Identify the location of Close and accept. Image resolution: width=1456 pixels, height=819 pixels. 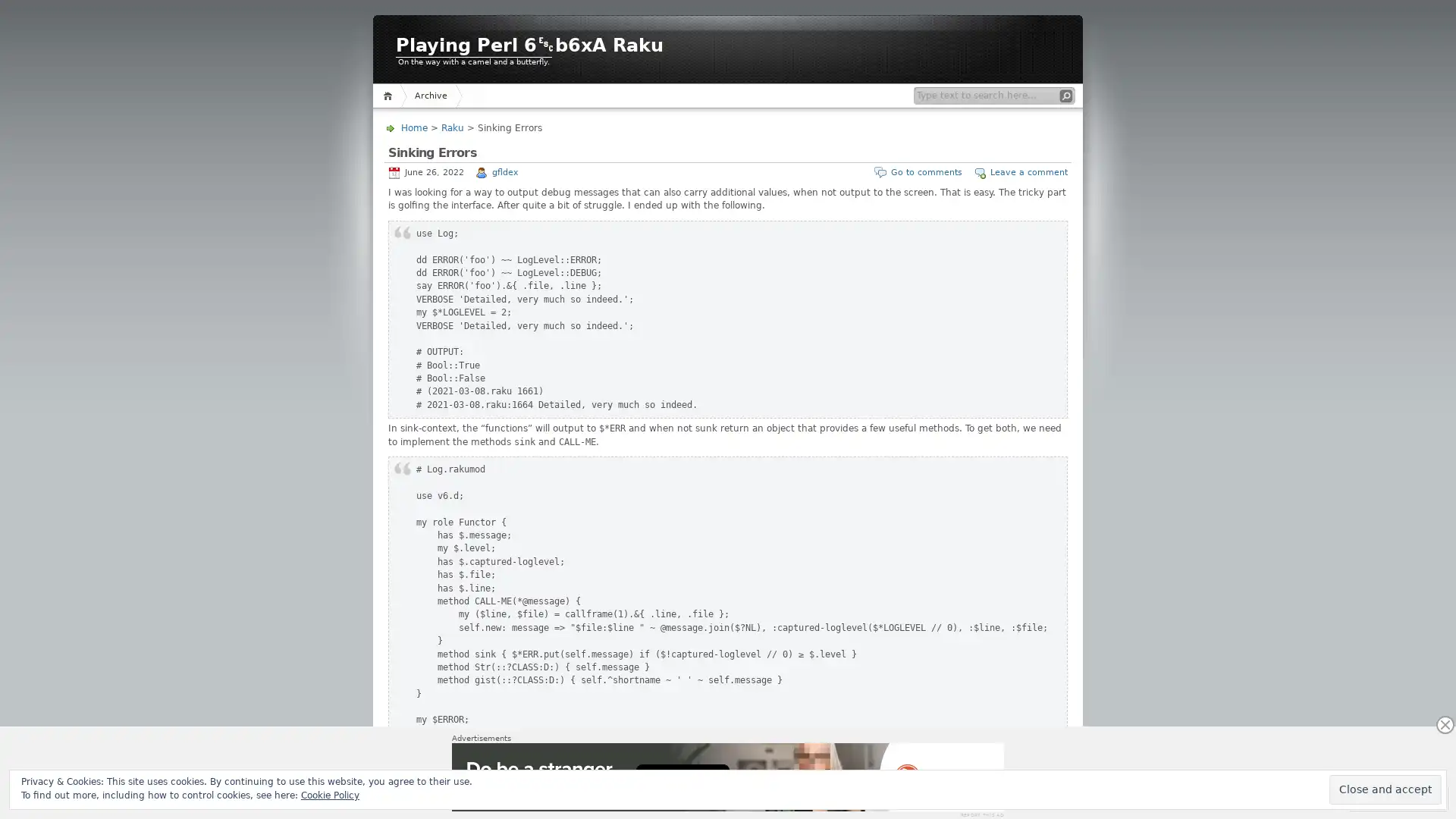
(1385, 789).